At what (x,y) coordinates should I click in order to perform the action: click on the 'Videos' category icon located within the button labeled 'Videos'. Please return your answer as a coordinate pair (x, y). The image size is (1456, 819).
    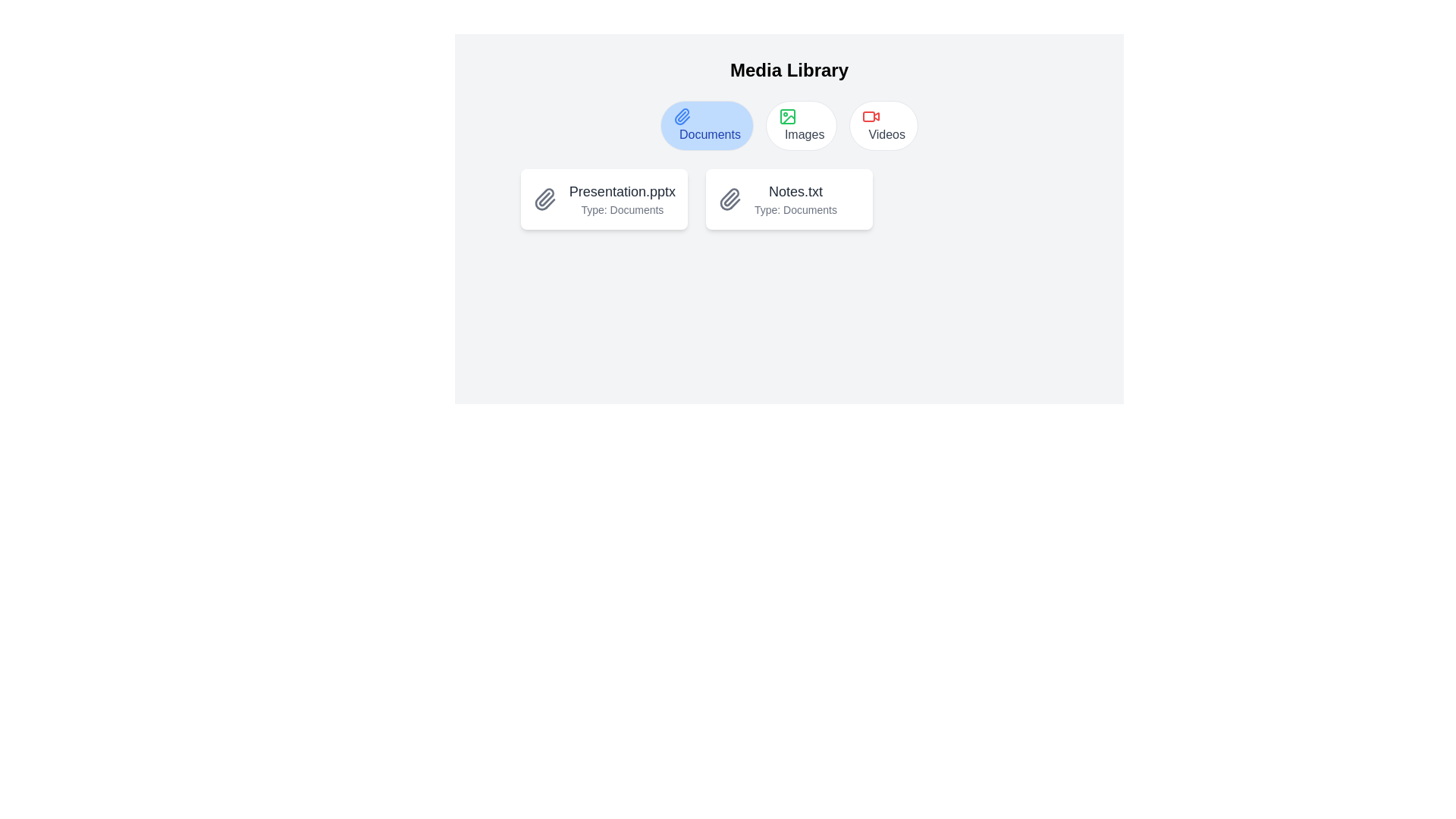
    Looking at the image, I should click on (871, 116).